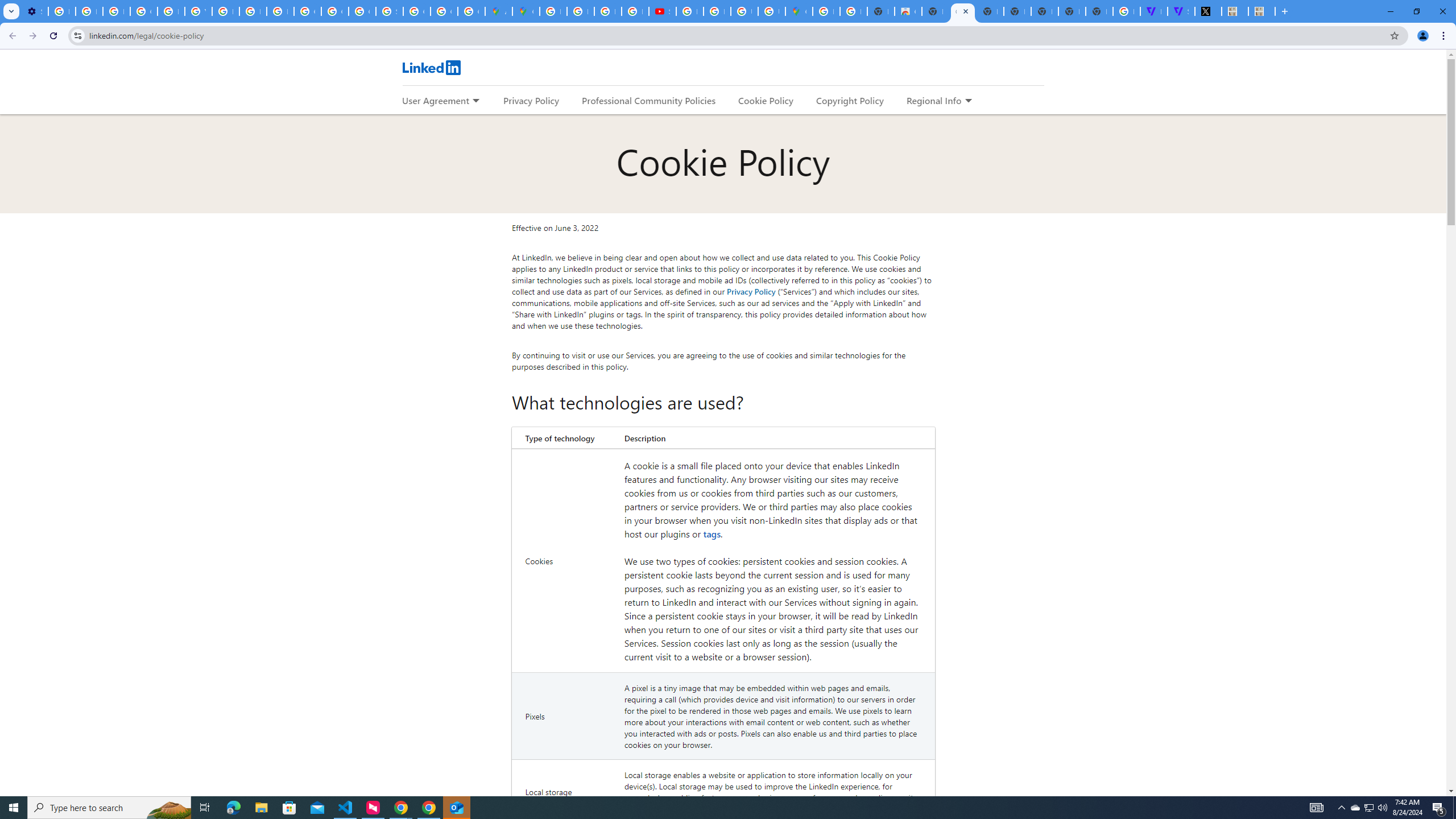 This screenshot has width=1456, height=819. I want to click on 'View site information', so click(77, 35).